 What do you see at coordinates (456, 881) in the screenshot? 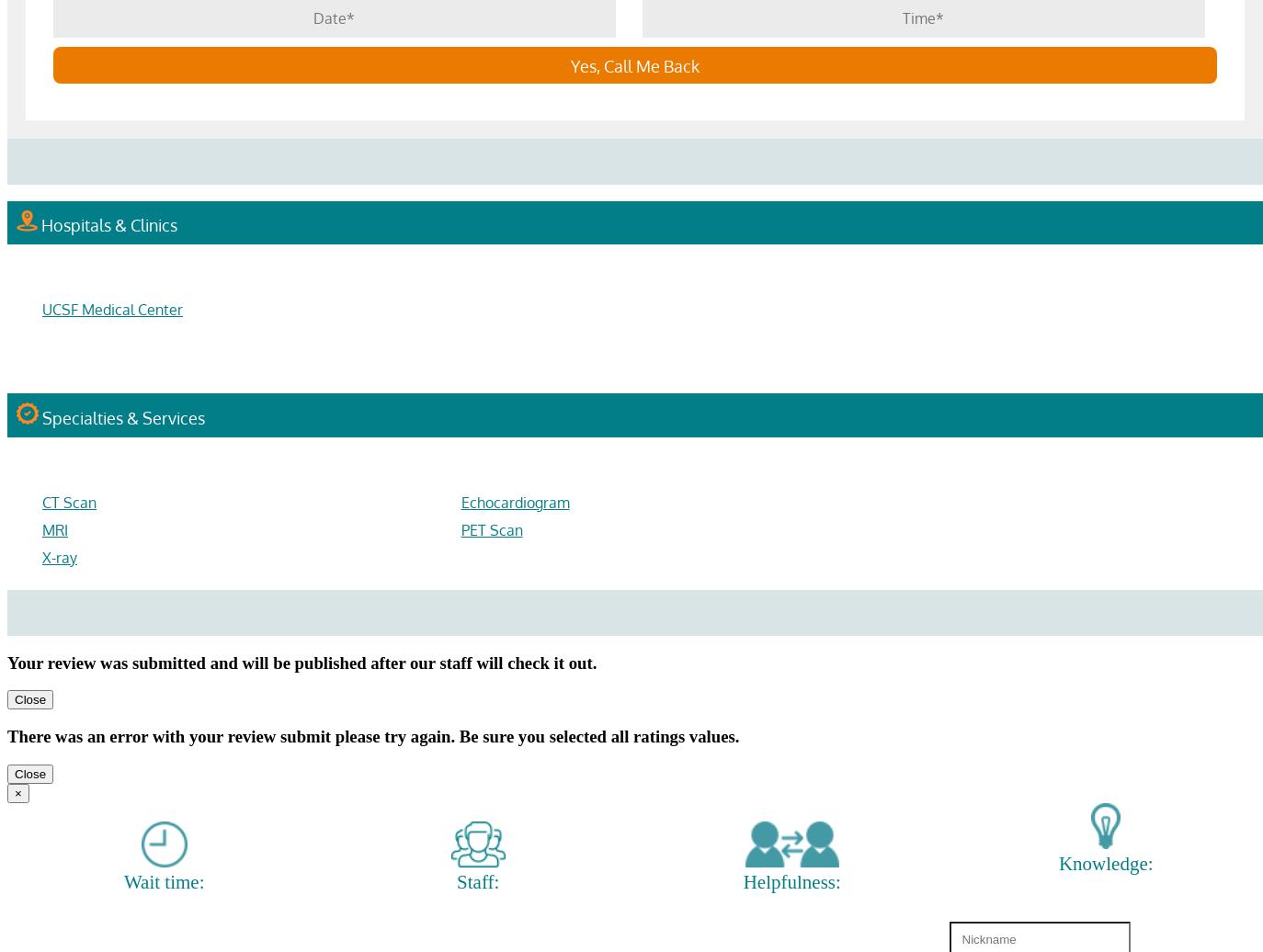
I see `'Staff:'` at bounding box center [456, 881].